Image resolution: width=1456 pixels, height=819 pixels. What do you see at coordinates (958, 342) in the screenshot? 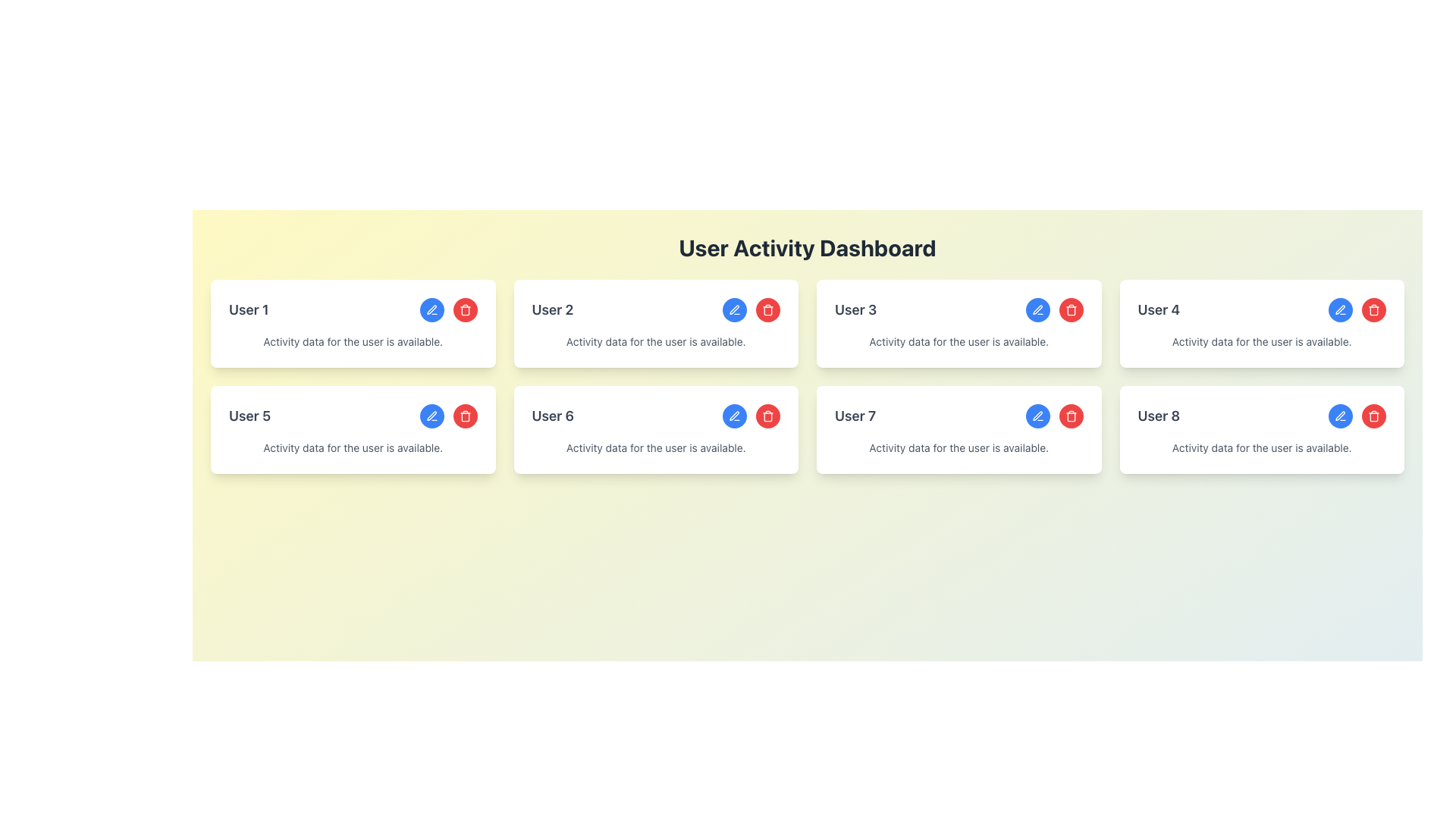
I see `the static text element that reads 'Activity data for the user is available.' located within the card titled 'User 3' in the third column of the top row` at bounding box center [958, 342].